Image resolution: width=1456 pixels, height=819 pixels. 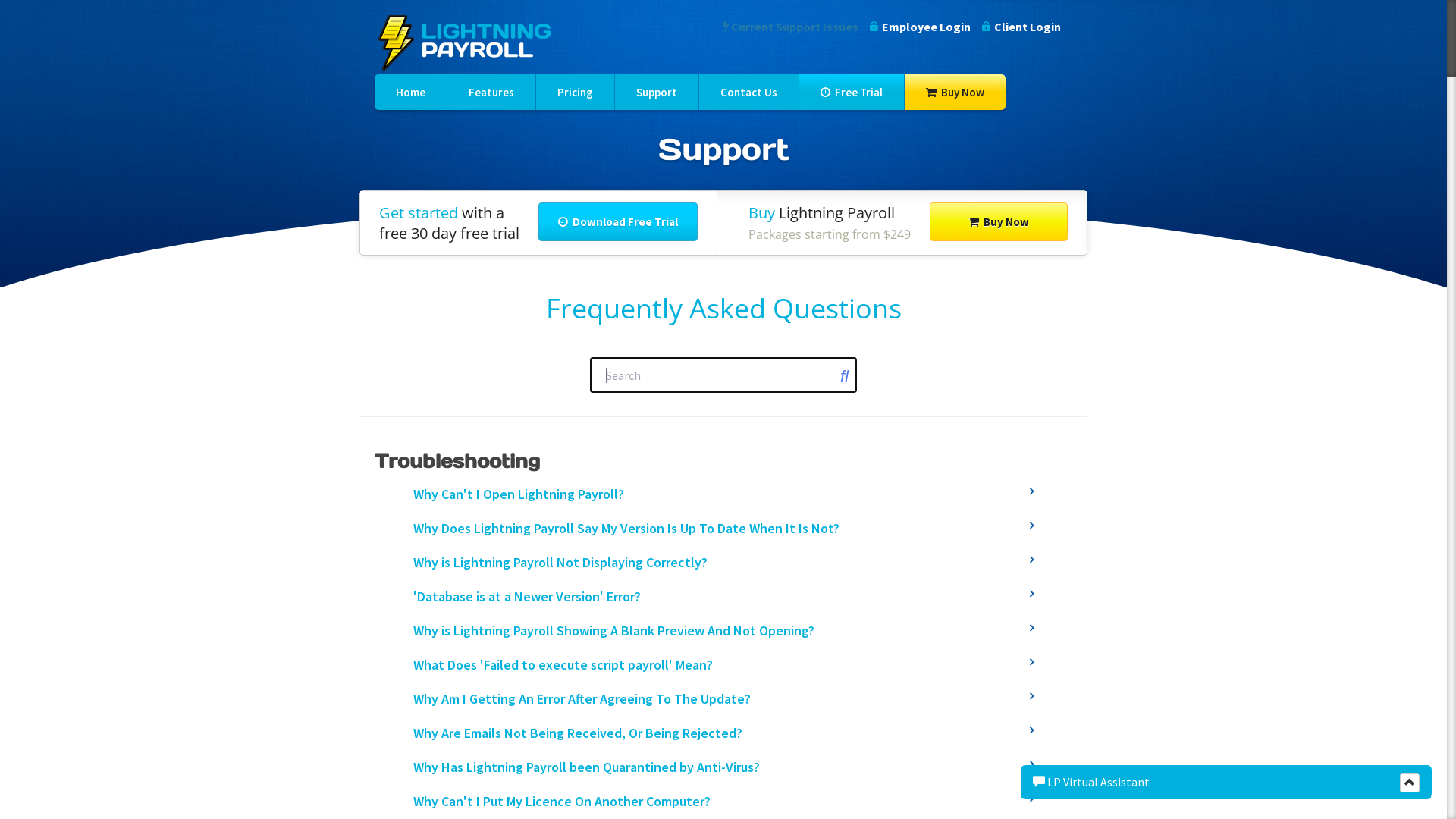 What do you see at coordinates (410, 92) in the screenshot?
I see `'Home'` at bounding box center [410, 92].